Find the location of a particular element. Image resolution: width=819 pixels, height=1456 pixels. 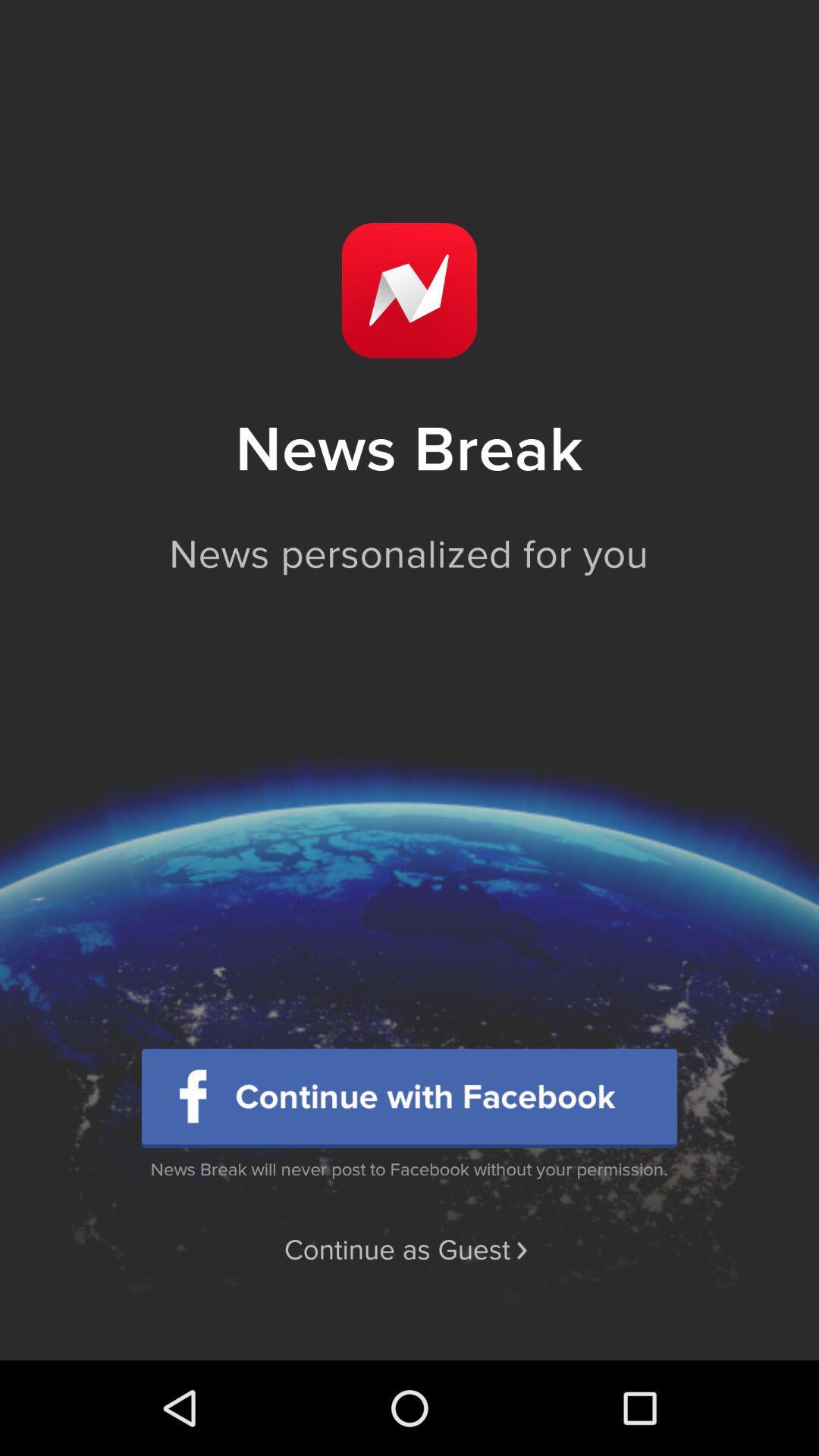

login using facebook is located at coordinates (409, 1098).